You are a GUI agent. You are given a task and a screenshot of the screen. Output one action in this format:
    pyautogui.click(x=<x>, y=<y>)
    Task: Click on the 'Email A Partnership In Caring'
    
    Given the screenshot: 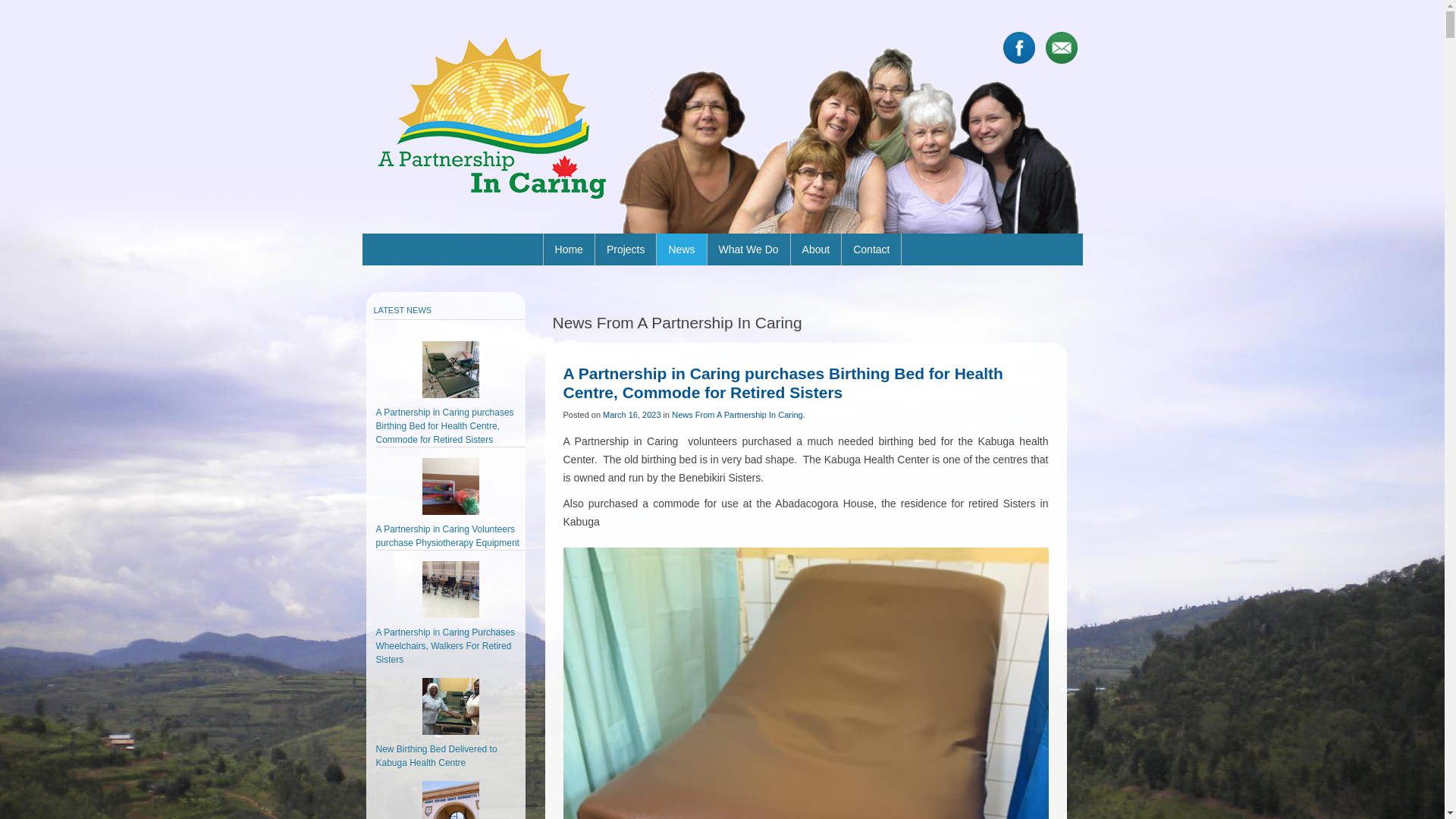 What is the action you would take?
    pyautogui.click(x=1059, y=46)
    